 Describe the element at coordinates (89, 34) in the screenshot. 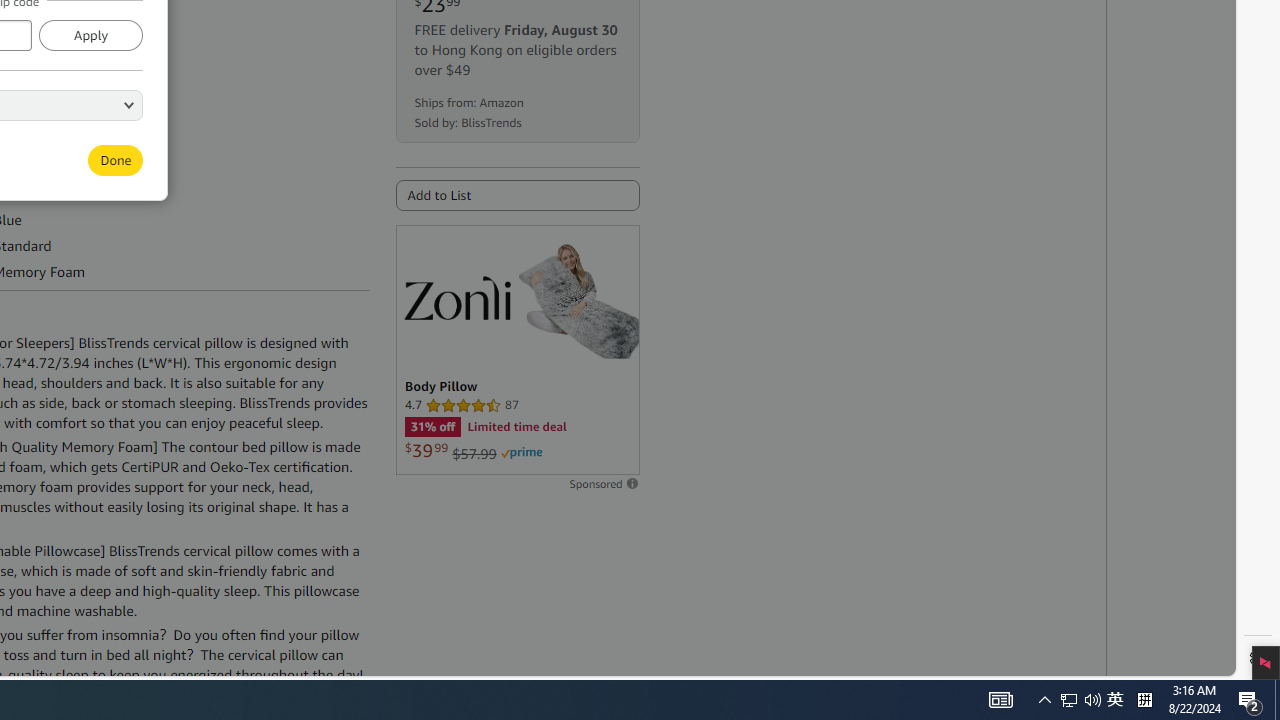

I see `'Apply'` at that location.